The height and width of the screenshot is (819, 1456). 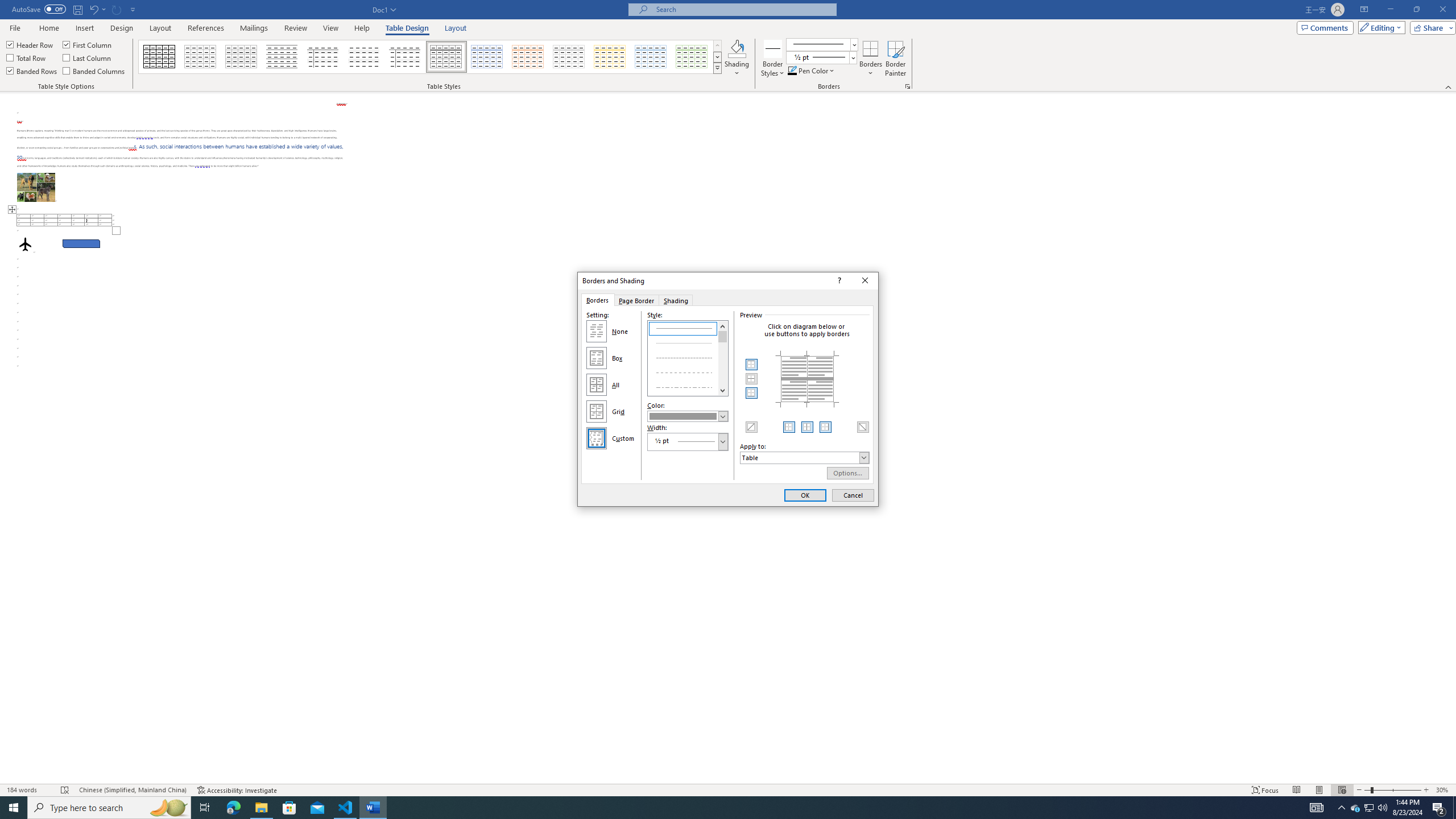 What do you see at coordinates (1392, 790) in the screenshot?
I see `'Zoom'` at bounding box center [1392, 790].